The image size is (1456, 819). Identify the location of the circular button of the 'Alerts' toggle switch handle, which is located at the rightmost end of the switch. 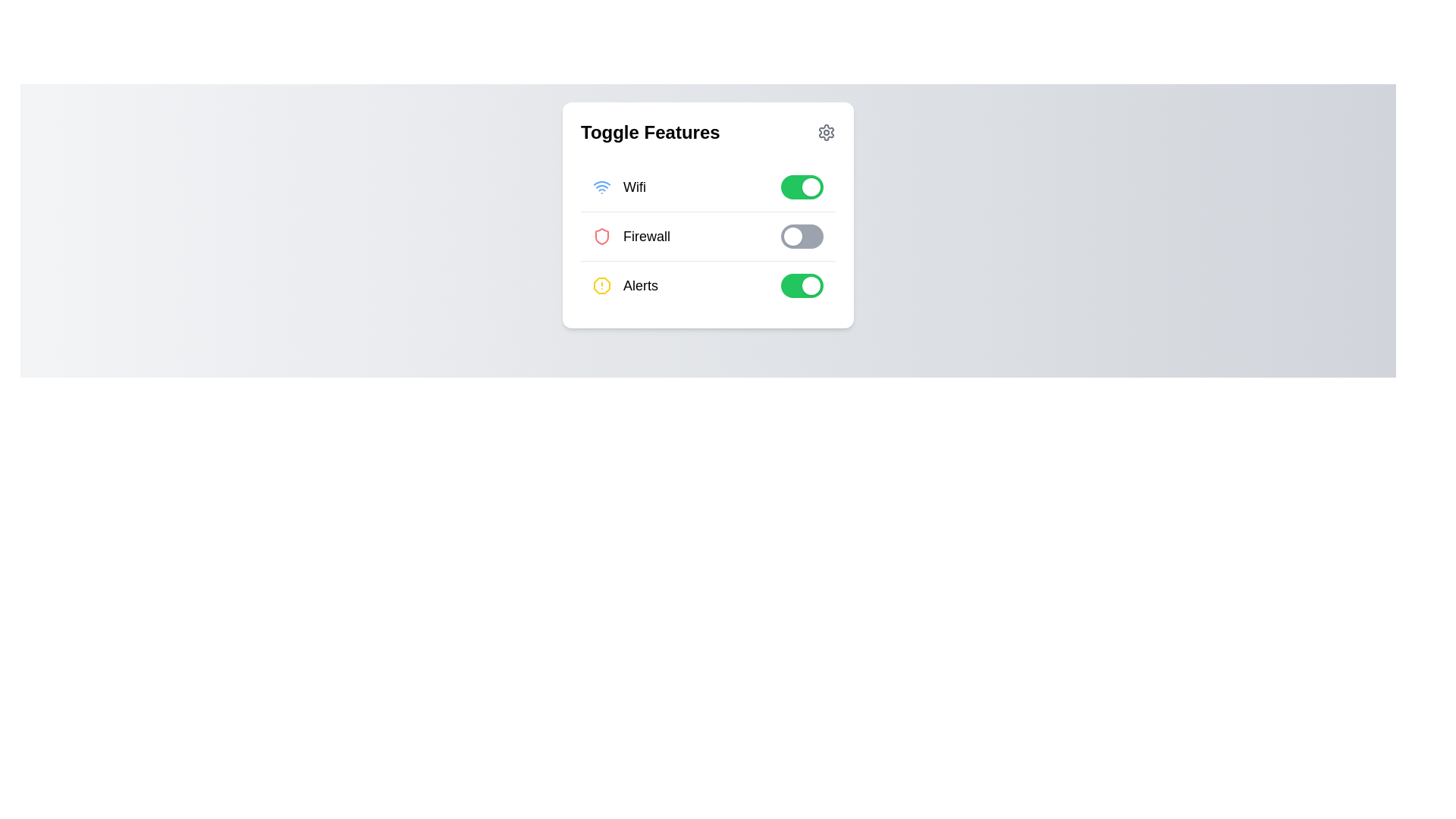
(811, 286).